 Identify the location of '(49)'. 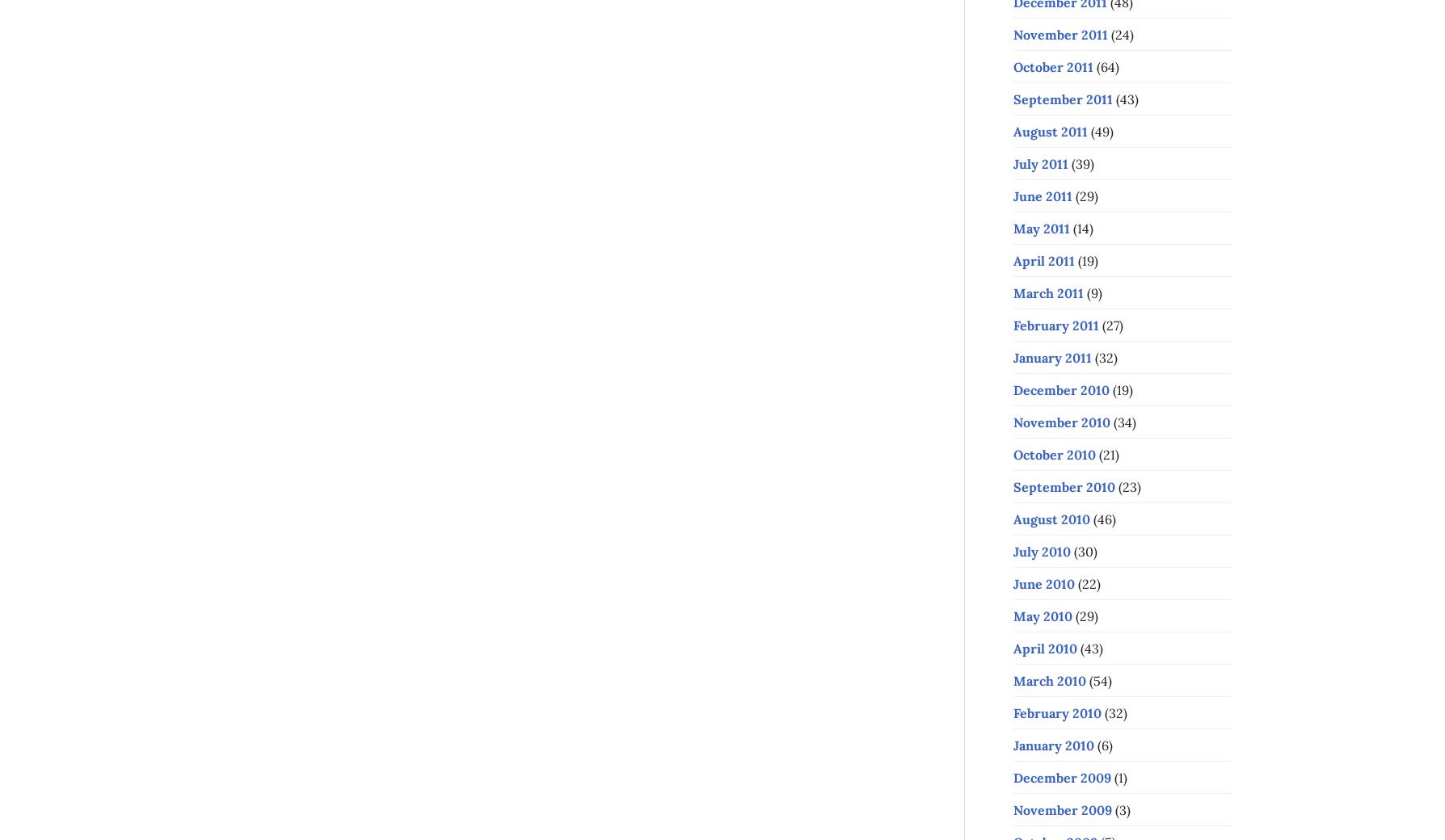
(1100, 131).